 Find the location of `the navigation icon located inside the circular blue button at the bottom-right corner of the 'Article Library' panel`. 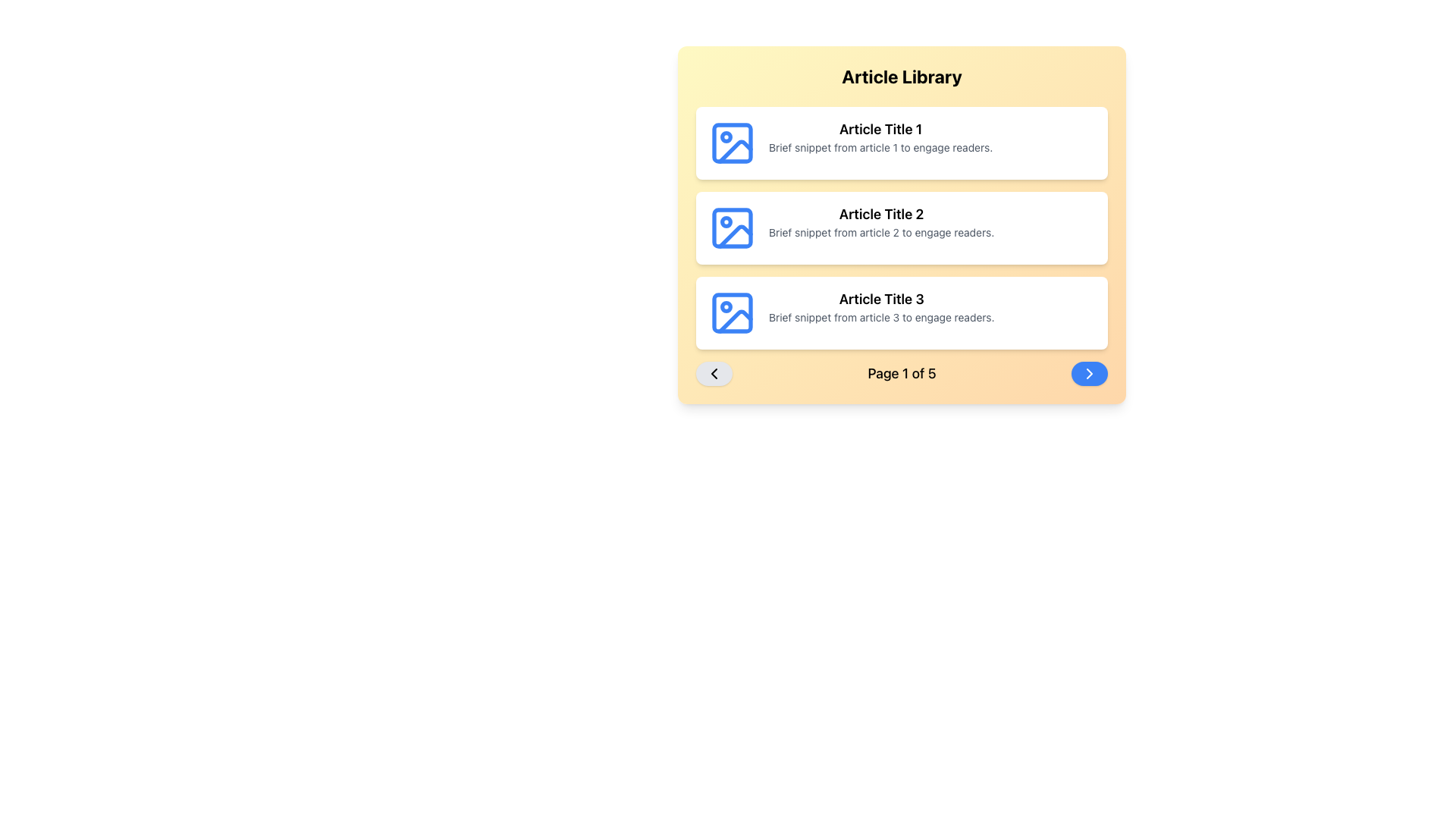

the navigation icon located inside the circular blue button at the bottom-right corner of the 'Article Library' panel is located at coordinates (1088, 374).